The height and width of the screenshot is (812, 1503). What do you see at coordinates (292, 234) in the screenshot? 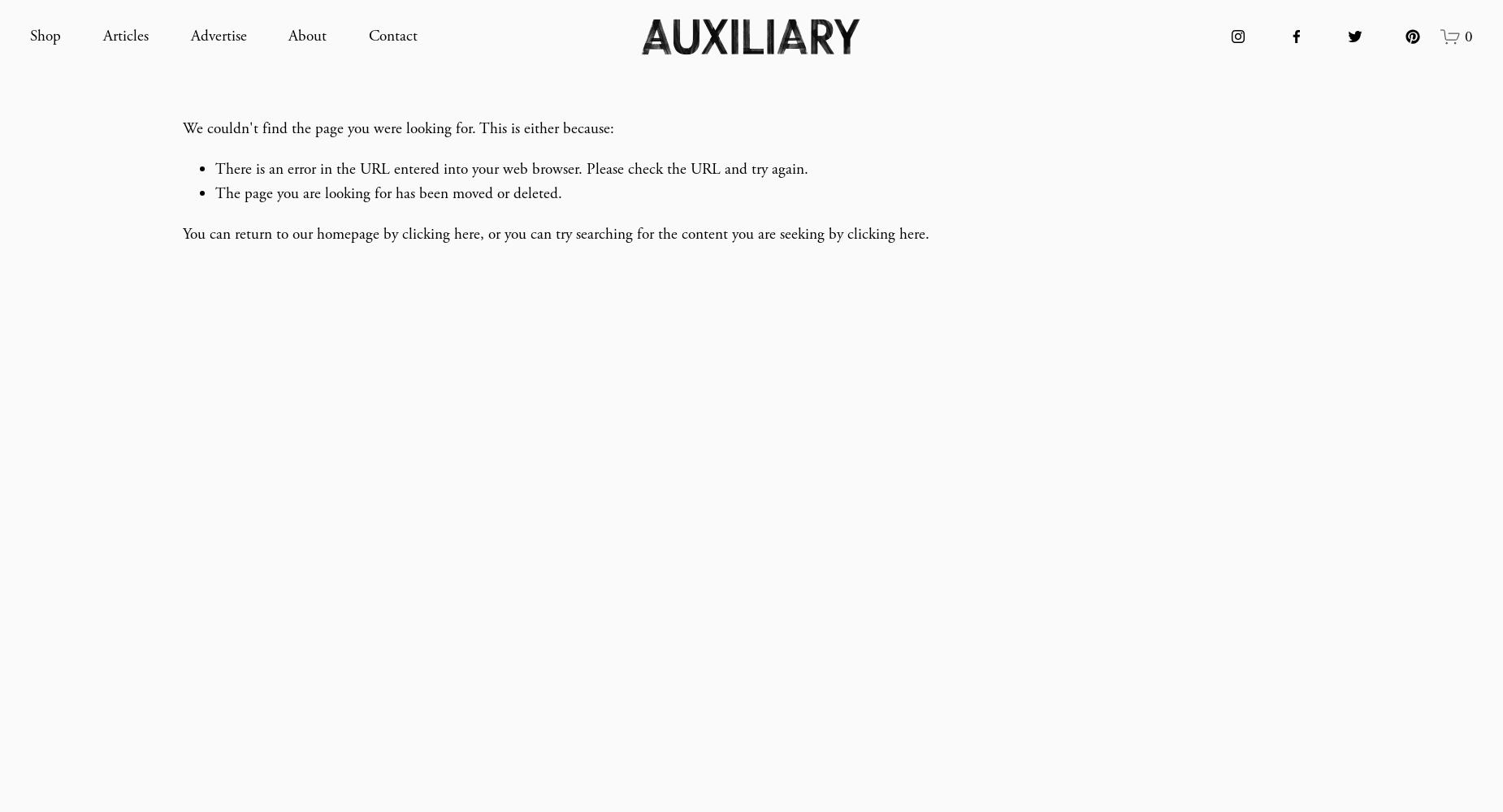
I see `'You can return to our homepage by'` at bounding box center [292, 234].